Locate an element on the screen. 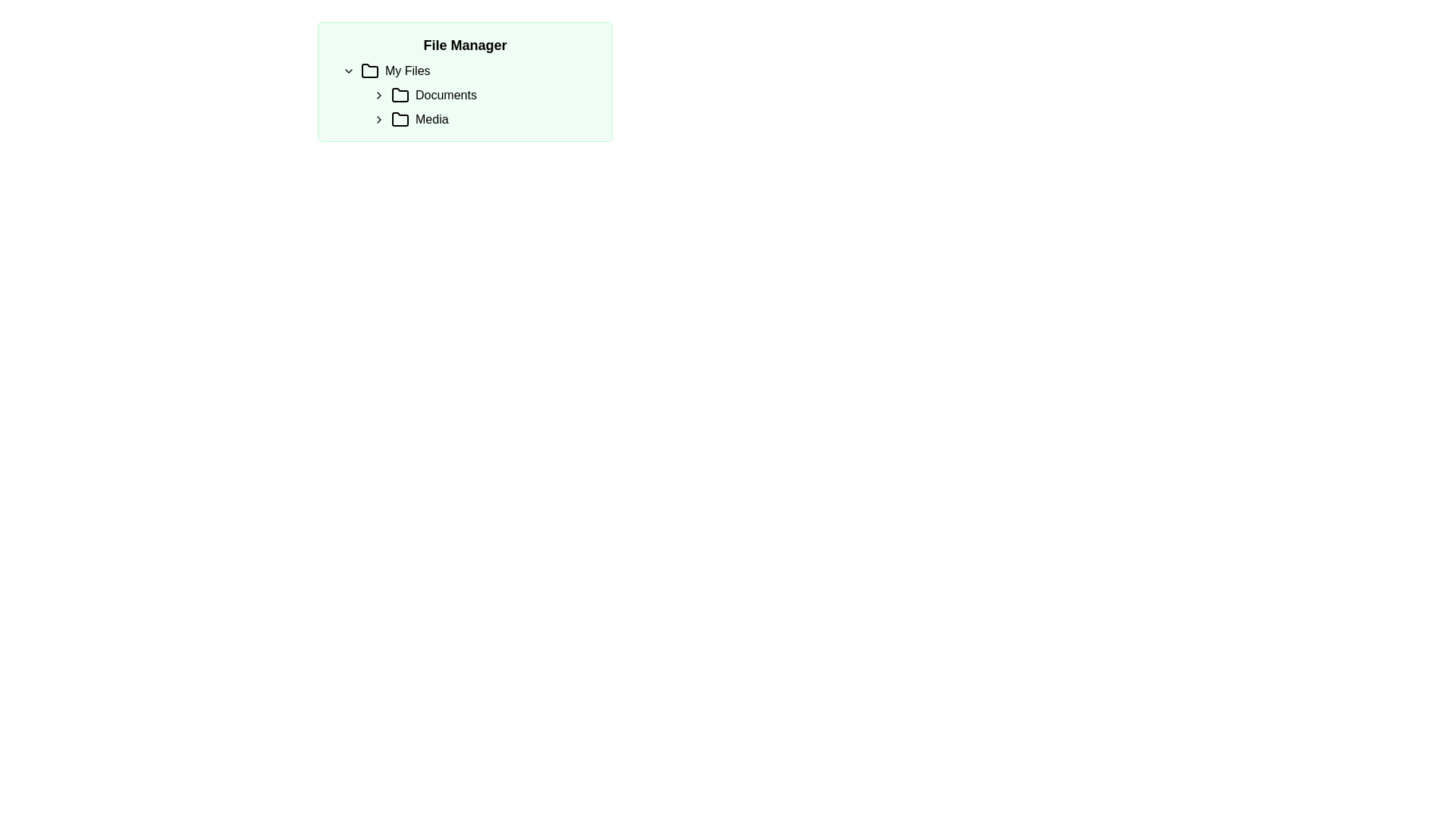 The image size is (1456, 819). the 'Documents' text label in the 'My Files' section of the File Manager, which is located to the right of the folder icon is located at coordinates (445, 96).